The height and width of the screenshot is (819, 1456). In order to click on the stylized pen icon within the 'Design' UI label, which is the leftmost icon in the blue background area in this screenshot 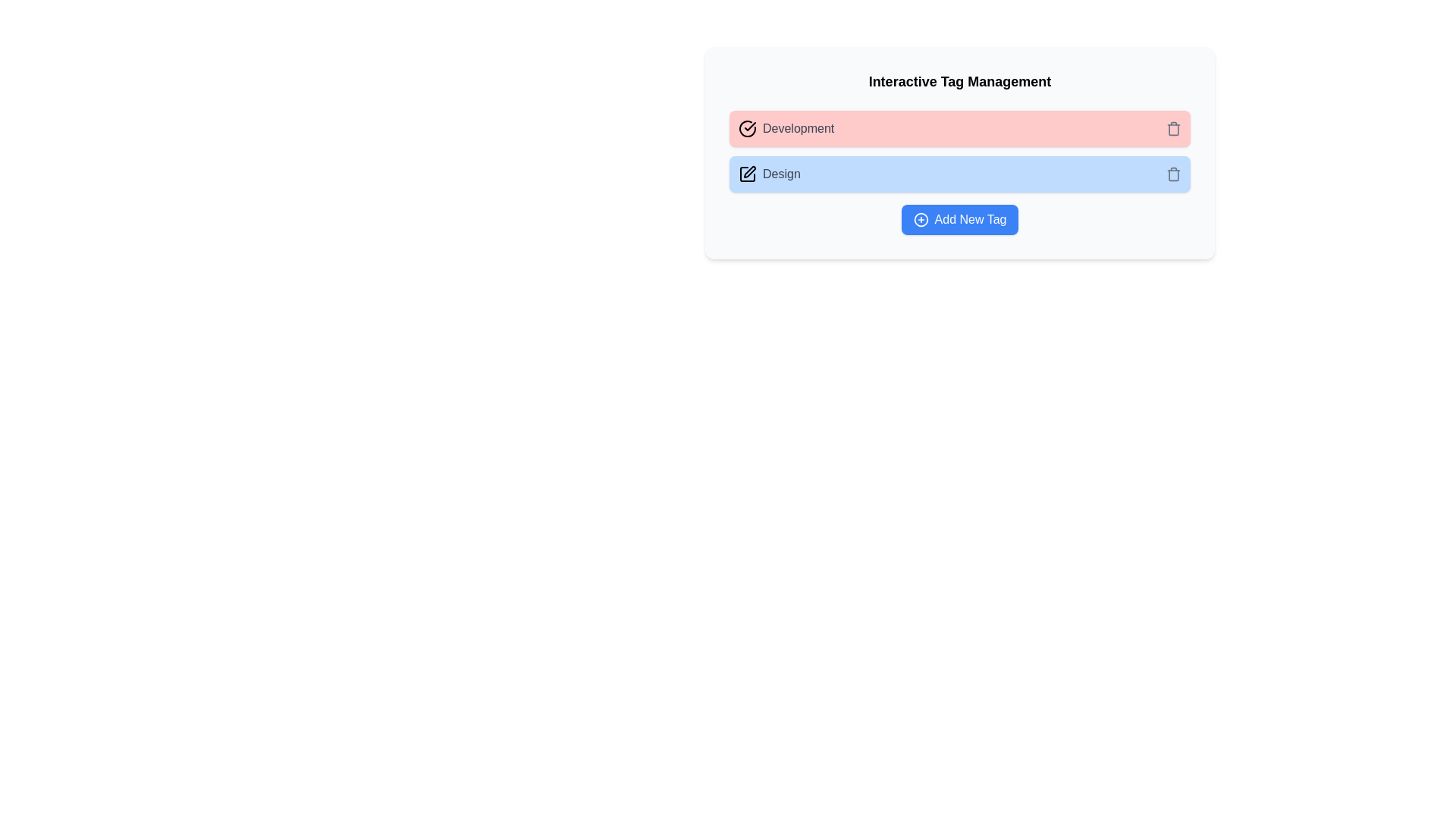, I will do `click(747, 174)`.